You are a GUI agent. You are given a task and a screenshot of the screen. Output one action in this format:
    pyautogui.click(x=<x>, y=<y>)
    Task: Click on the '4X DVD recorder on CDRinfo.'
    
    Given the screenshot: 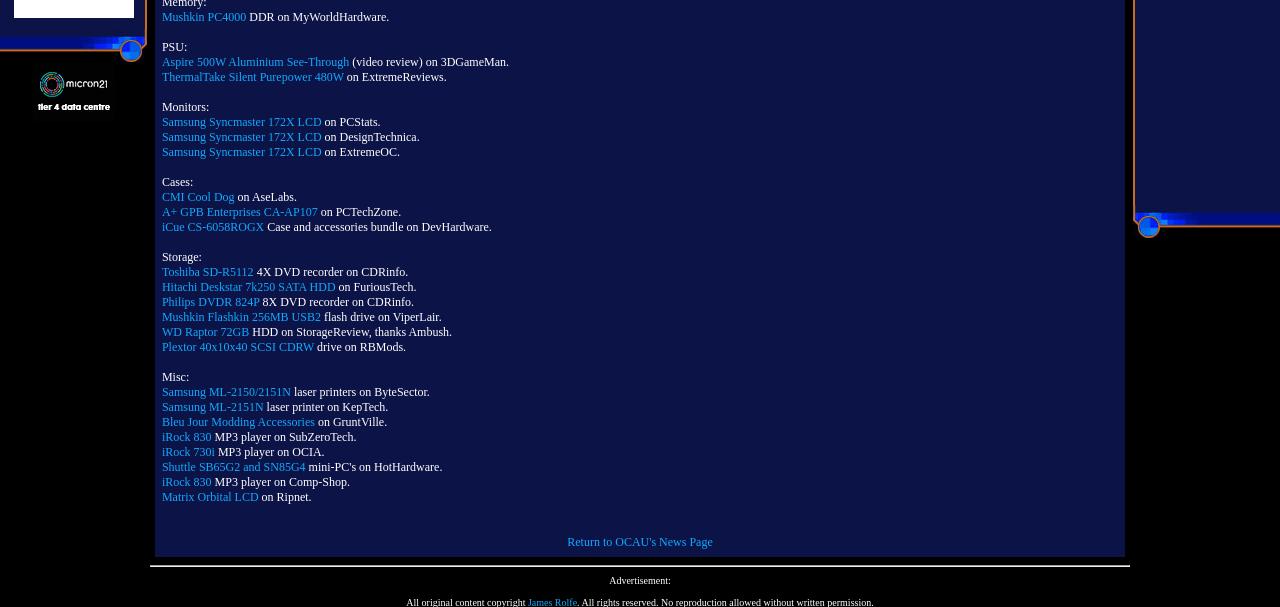 What is the action you would take?
    pyautogui.click(x=330, y=271)
    